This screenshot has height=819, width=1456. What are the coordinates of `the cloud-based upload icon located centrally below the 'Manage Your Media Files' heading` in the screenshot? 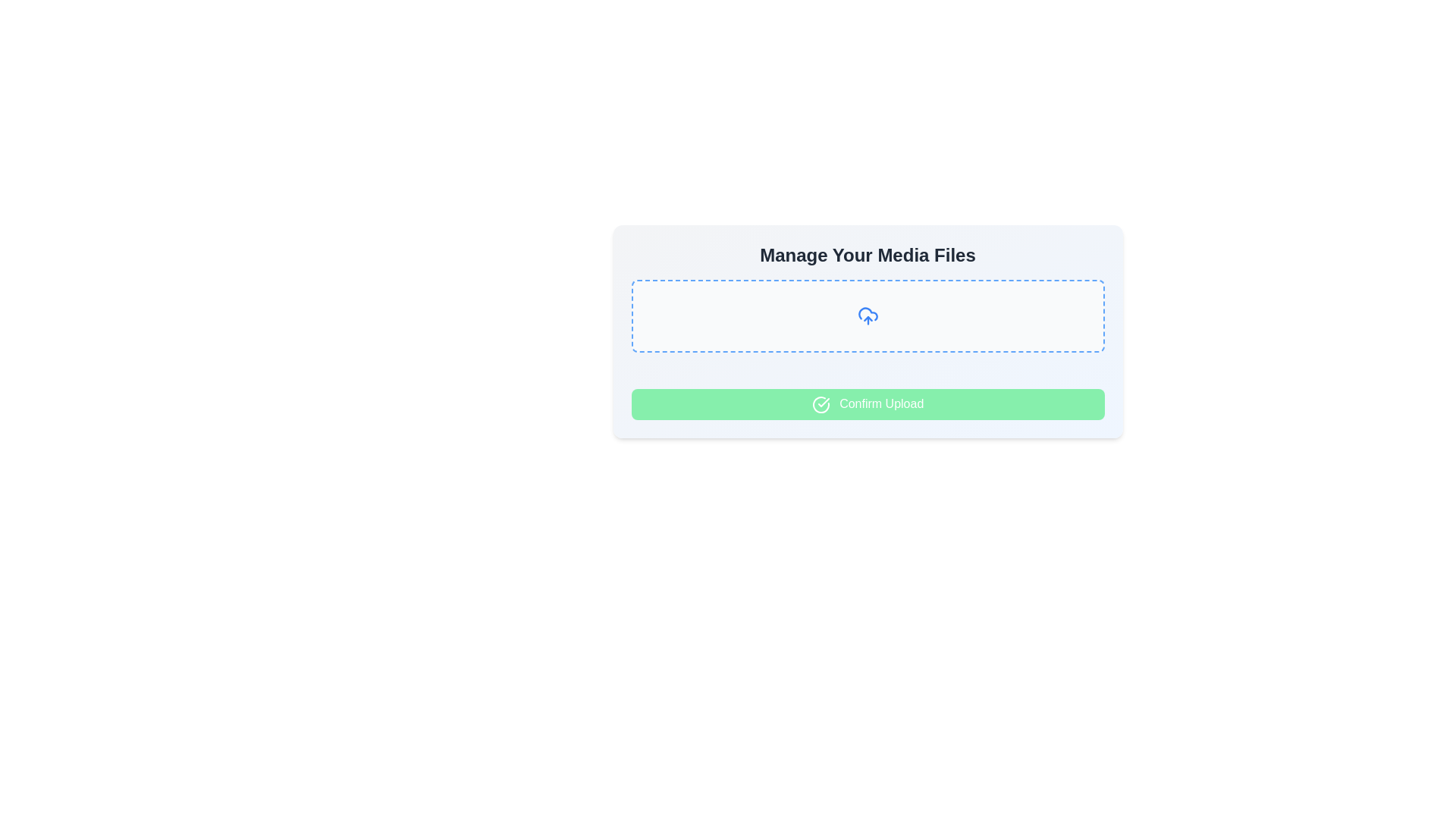 It's located at (868, 313).